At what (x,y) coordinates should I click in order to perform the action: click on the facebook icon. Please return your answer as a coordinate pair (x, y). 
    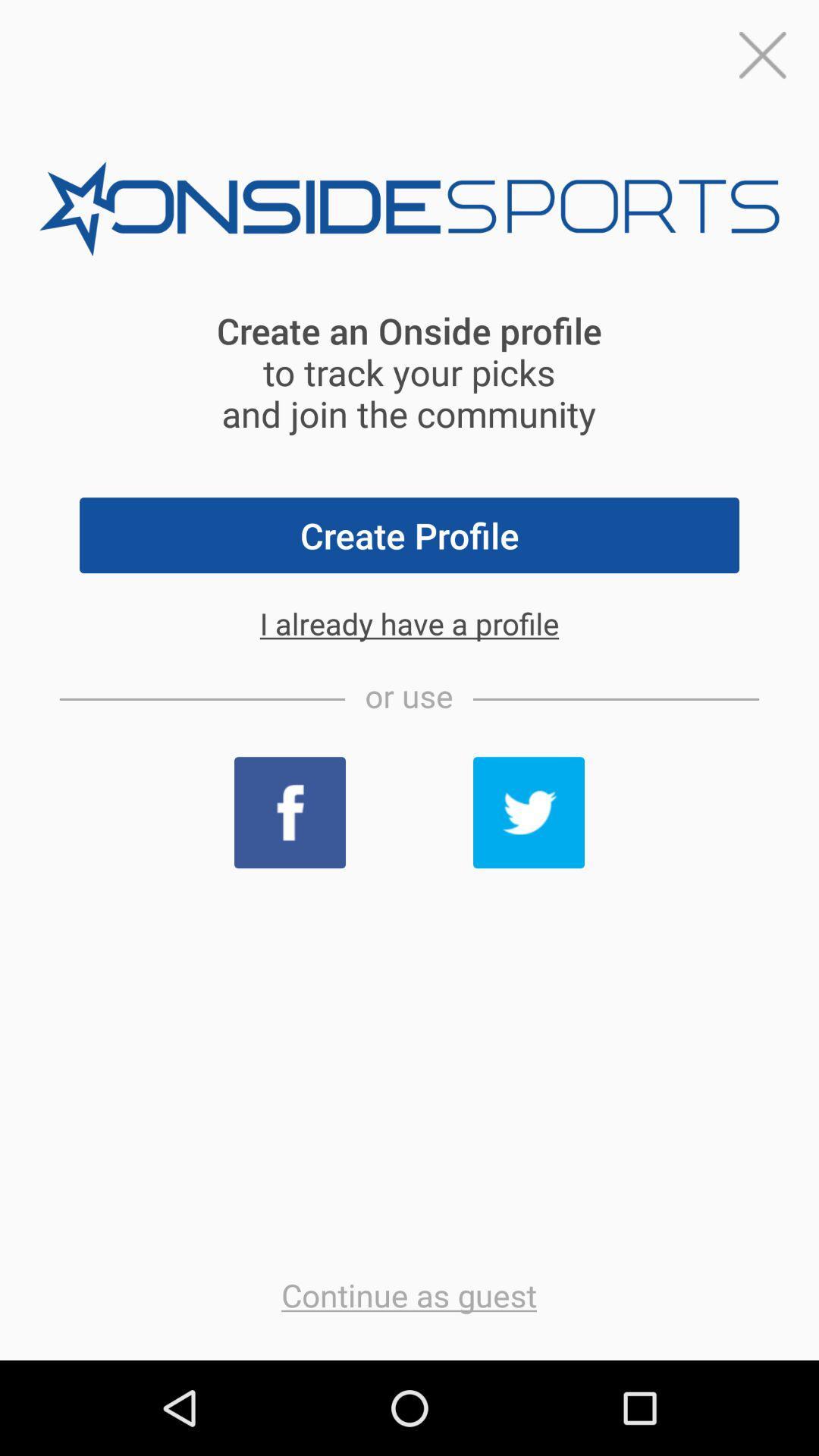
    Looking at the image, I should click on (290, 870).